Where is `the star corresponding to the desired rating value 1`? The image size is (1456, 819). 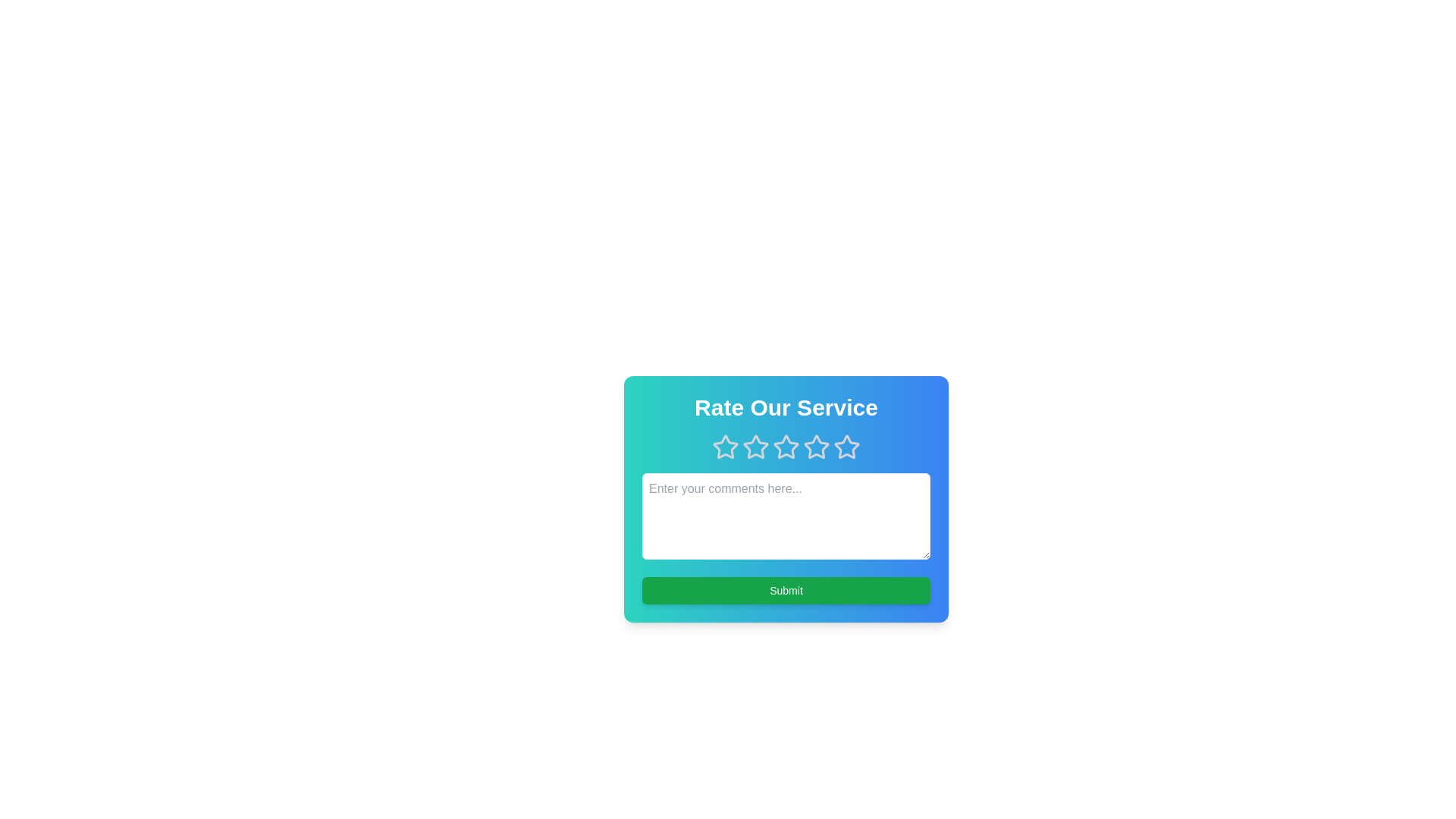
the star corresponding to the desired rating value 1 is located at coordinates (724, 447).